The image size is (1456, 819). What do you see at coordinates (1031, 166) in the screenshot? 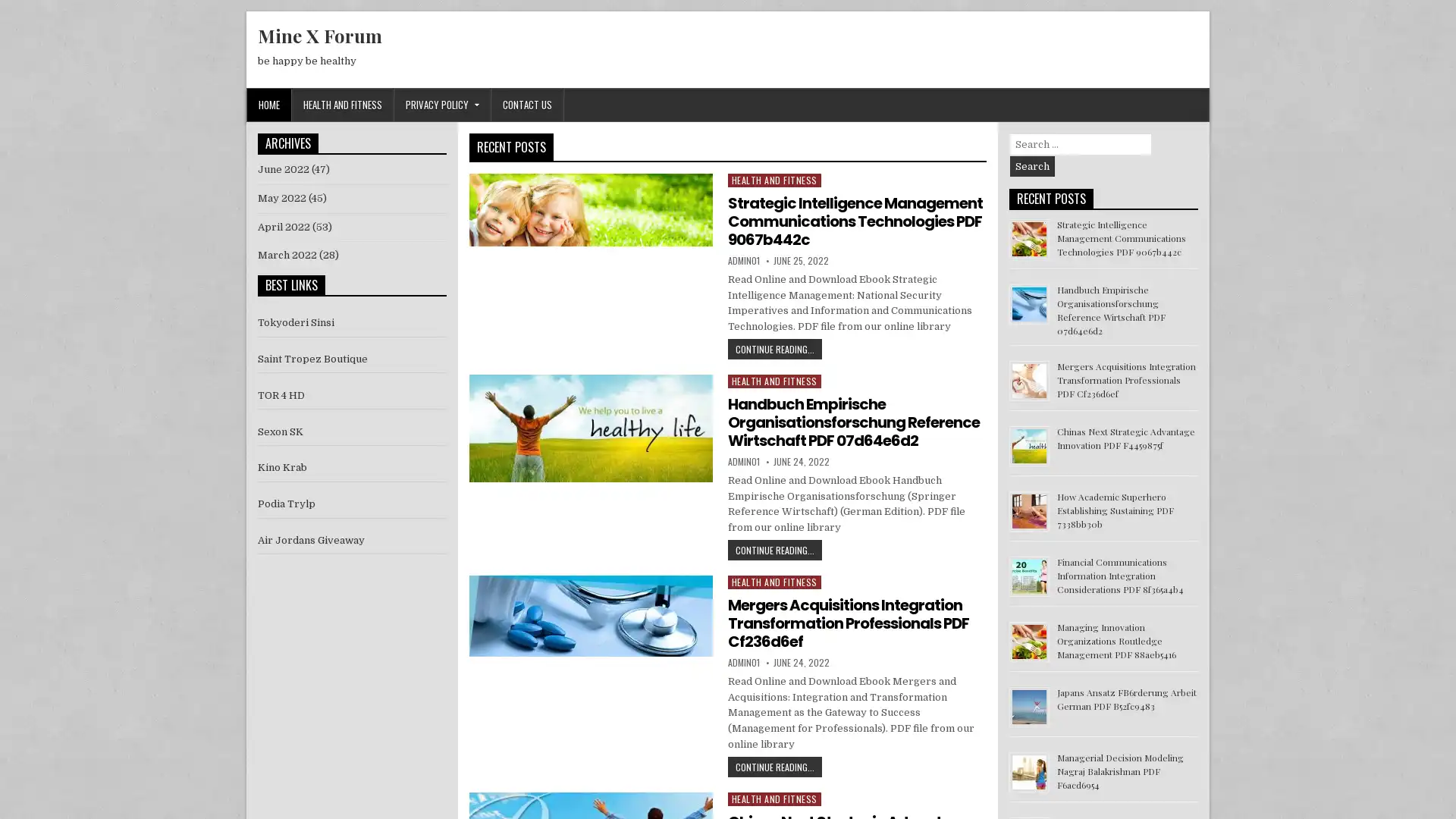
I see `Search` at bounding box center [1031, 166].